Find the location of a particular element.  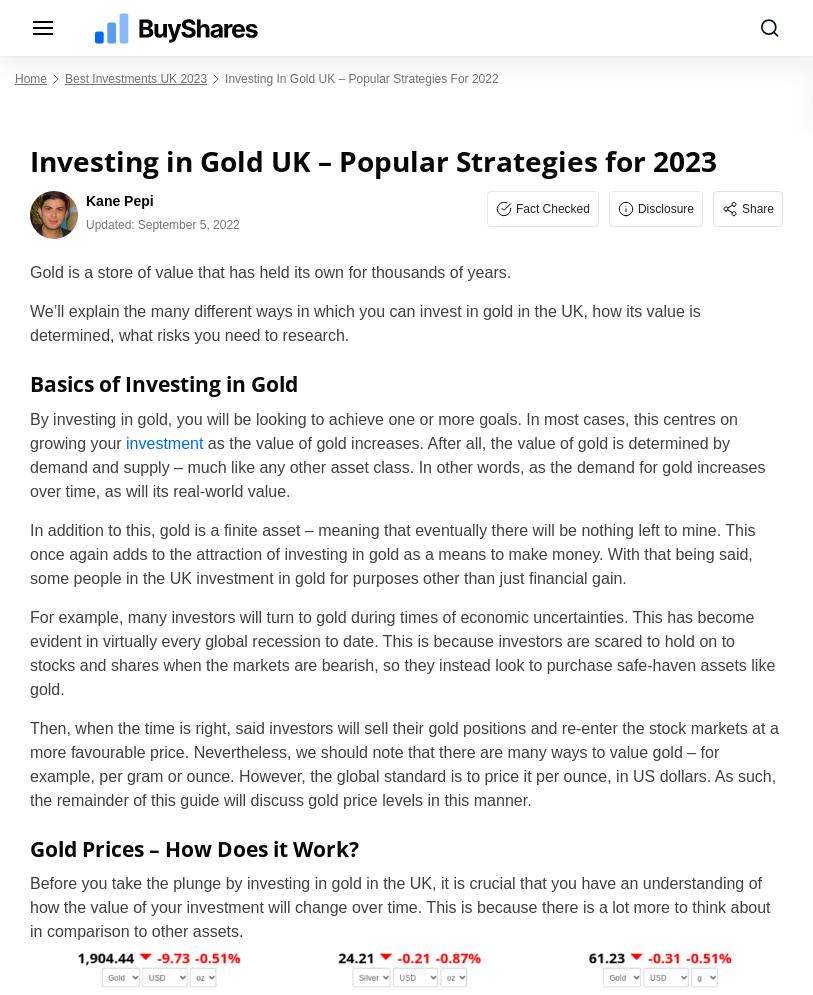

'Fact Checked' is located at coordinates (552, 208).